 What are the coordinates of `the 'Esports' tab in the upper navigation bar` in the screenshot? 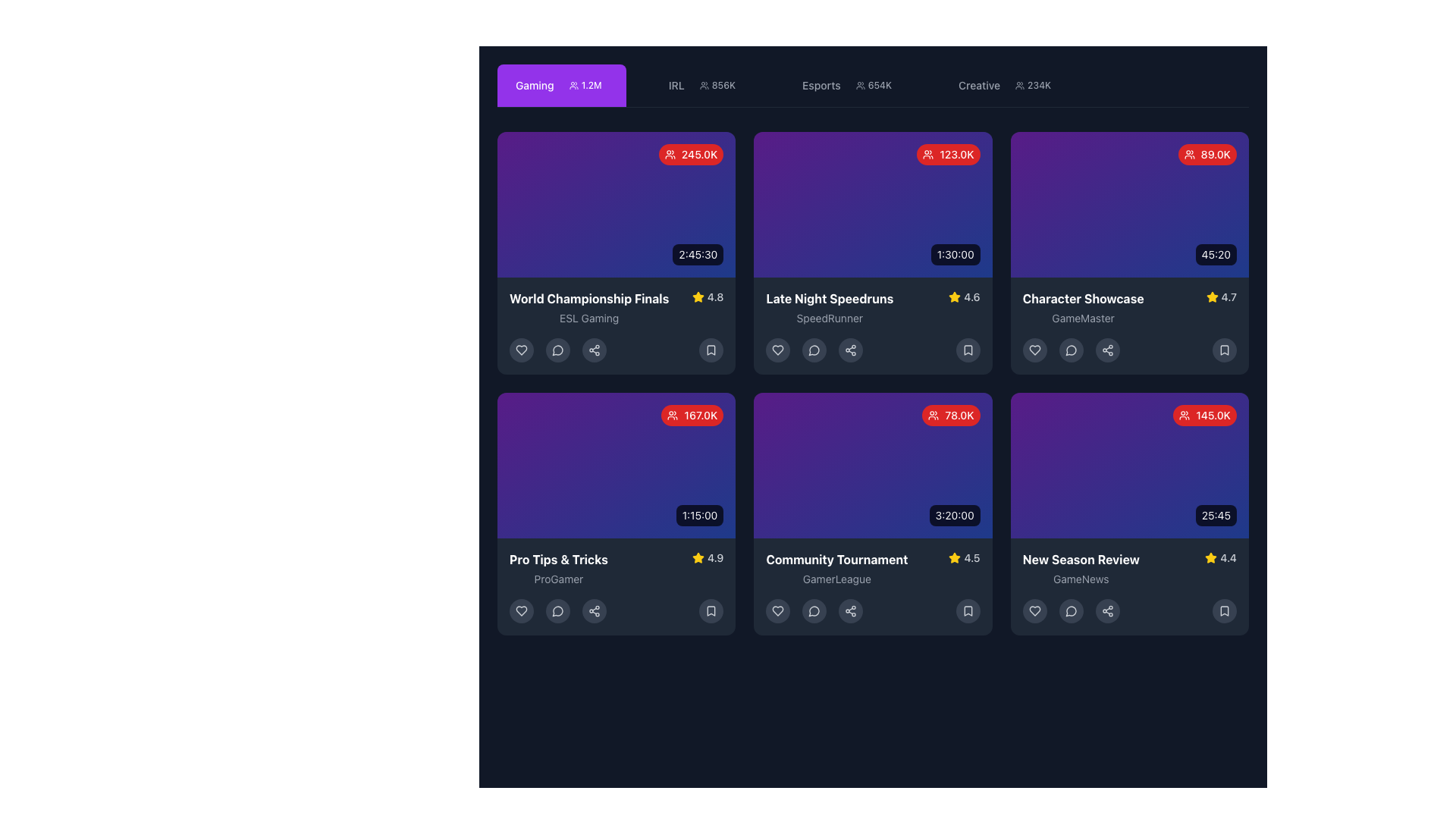 It's located at (850, 85).